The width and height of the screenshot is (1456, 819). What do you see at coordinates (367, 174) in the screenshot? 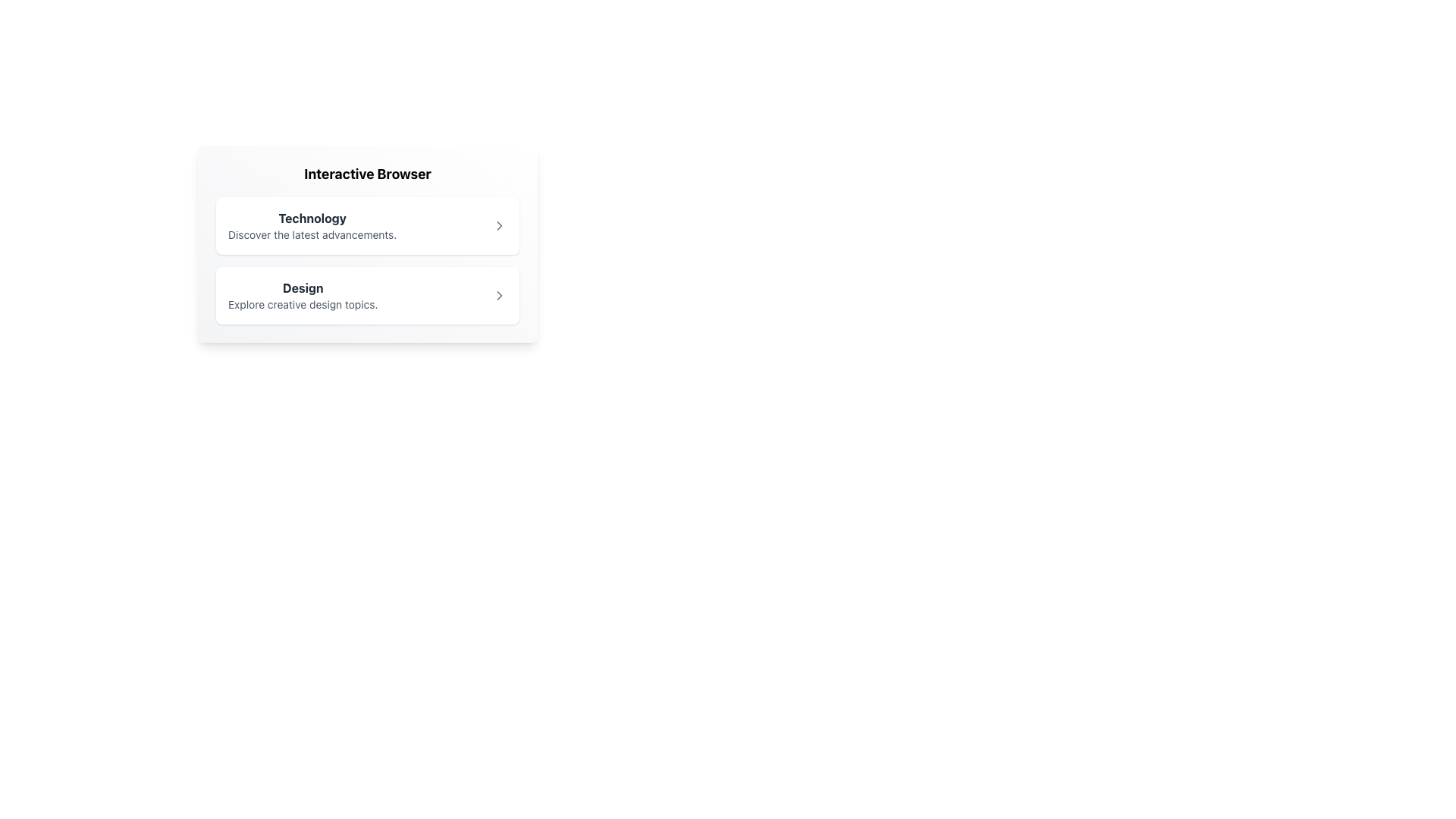
I see `text string 'Interactive Browser' which is presented in a bold and large font at the top of a card-like component` at bounding box center [367, 174].